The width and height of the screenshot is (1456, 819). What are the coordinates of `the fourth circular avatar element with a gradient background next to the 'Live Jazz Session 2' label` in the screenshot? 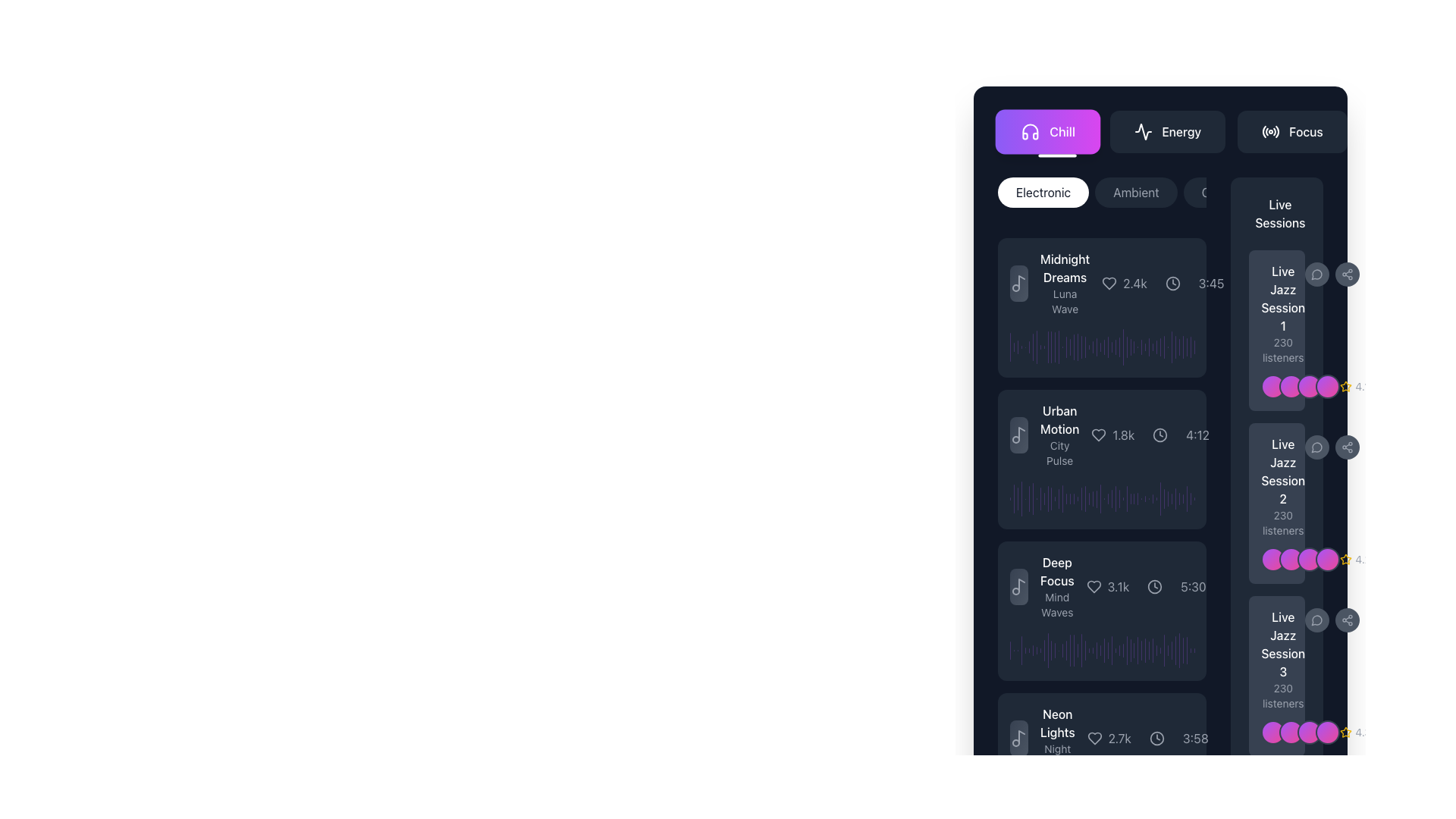 It's located at (1327, 559).